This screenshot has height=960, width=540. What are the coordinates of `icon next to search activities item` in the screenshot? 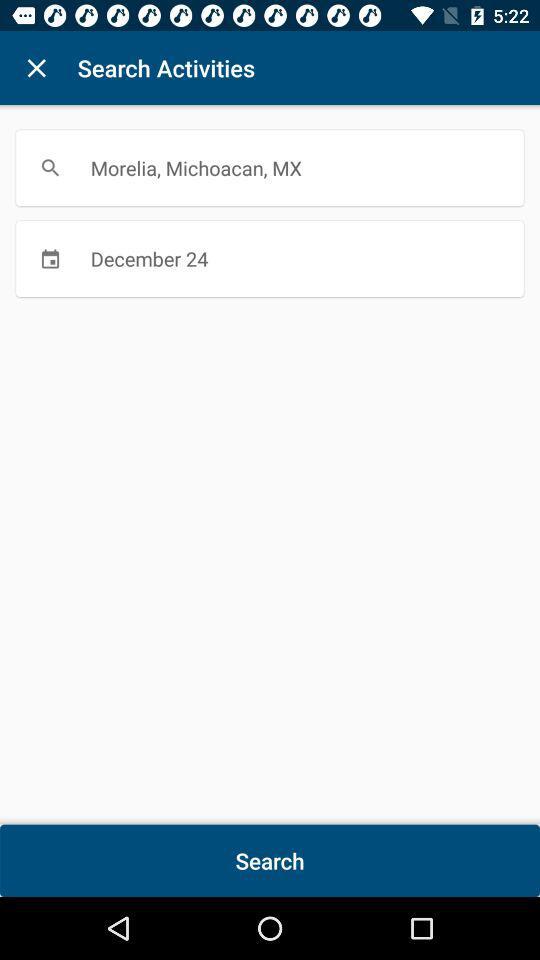 It's located at (36, 68).